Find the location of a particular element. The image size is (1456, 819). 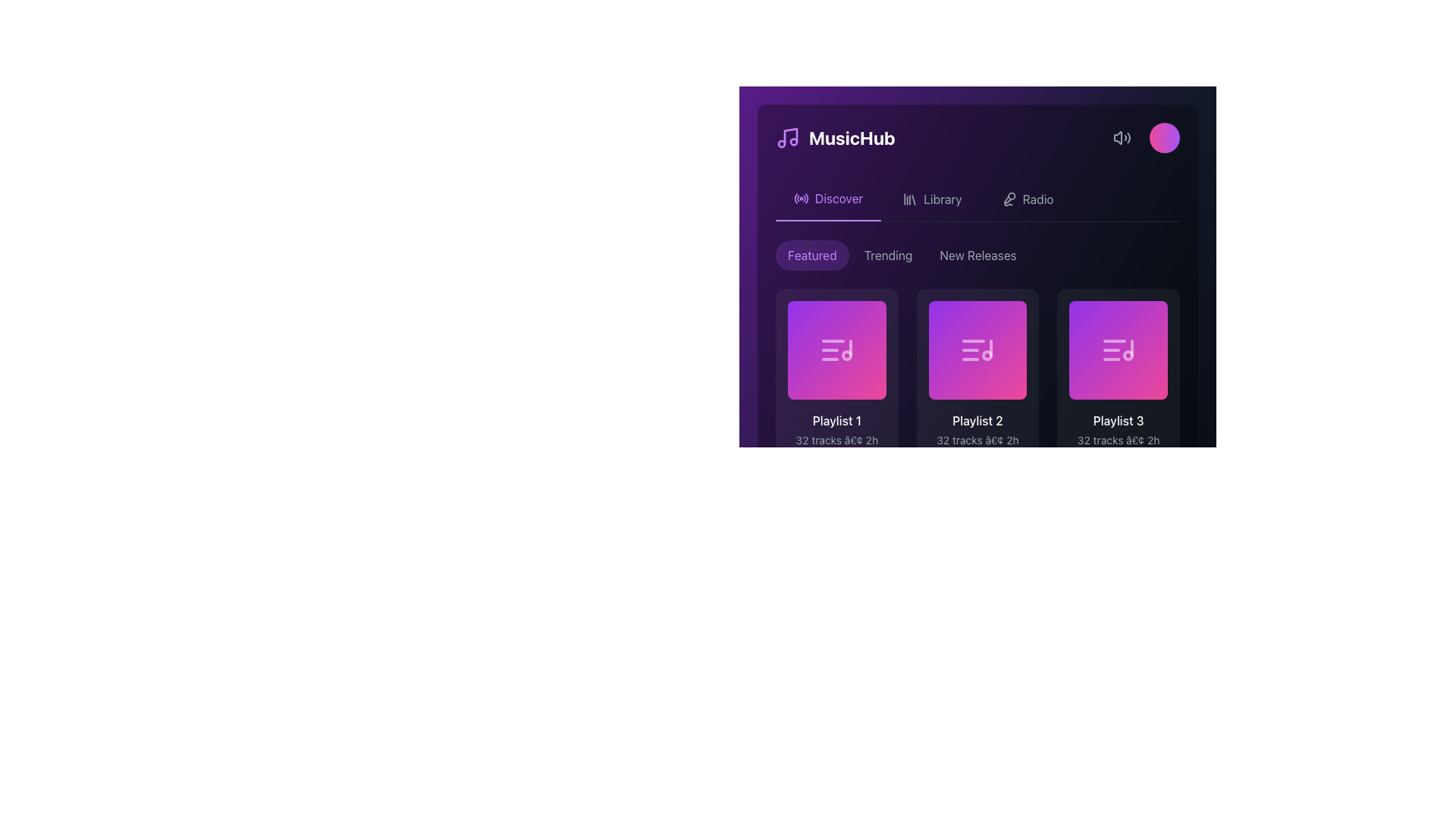

the volume icon represented by a speaker with sound waves, styled in muted gray, located within a circular button at the top-right corner of the interface is located at coordinates (1122, 137).